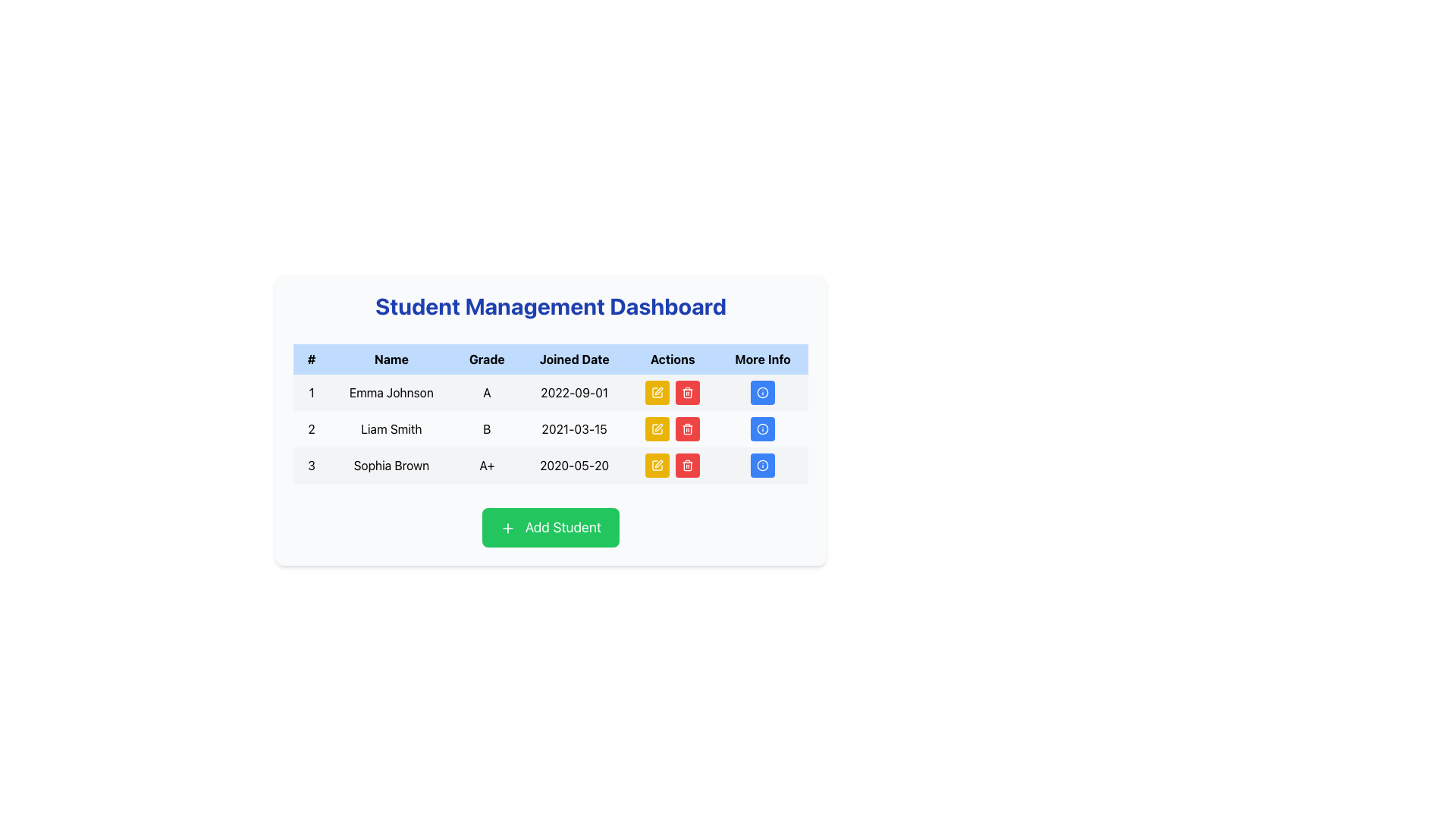  I want to click on the edit button located in the second row of the table under the 'Actions' column, so click(657, 429).